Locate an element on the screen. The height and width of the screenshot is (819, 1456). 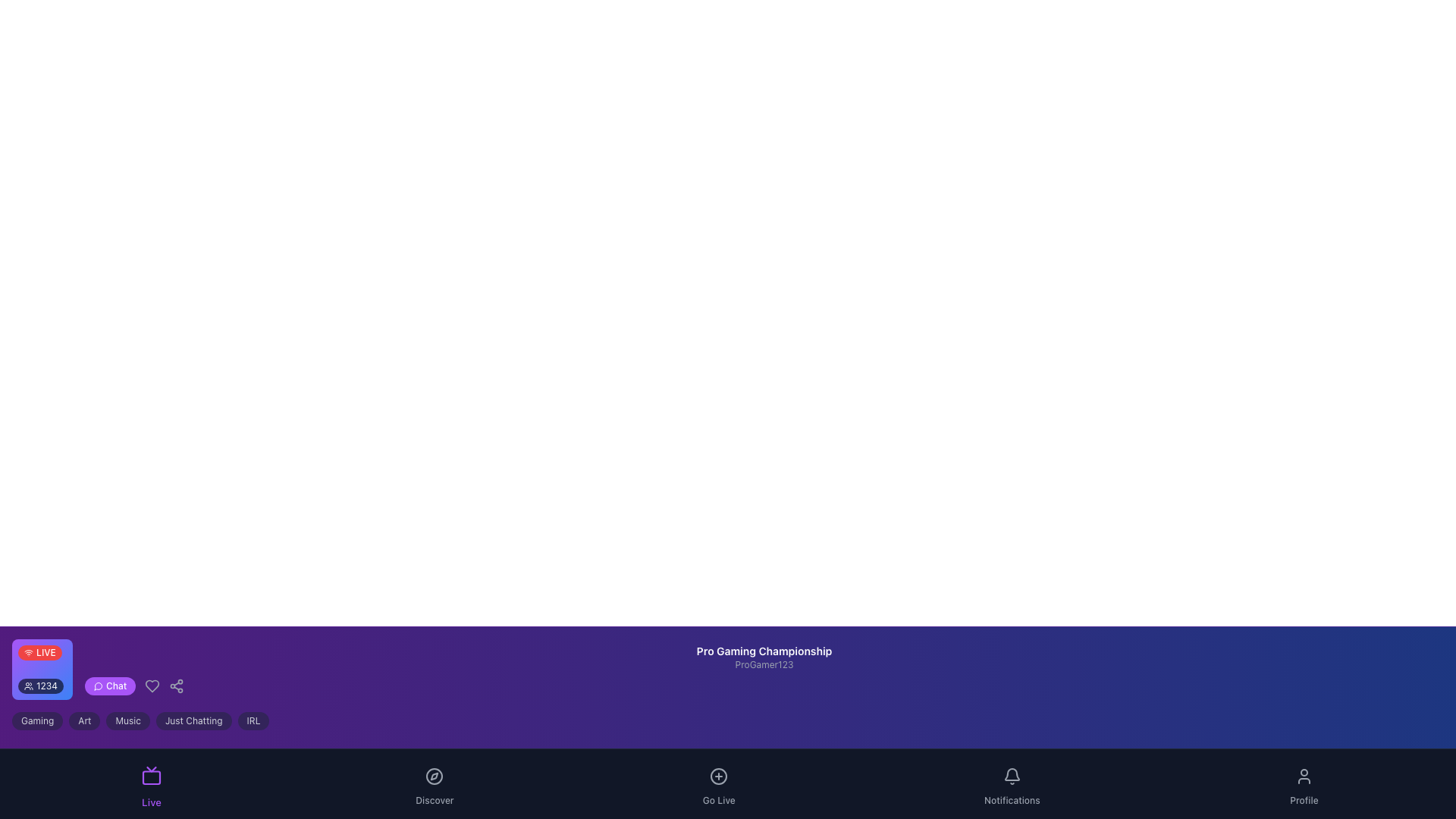
the 'Gaming' button is located at coordinates (37, 720).